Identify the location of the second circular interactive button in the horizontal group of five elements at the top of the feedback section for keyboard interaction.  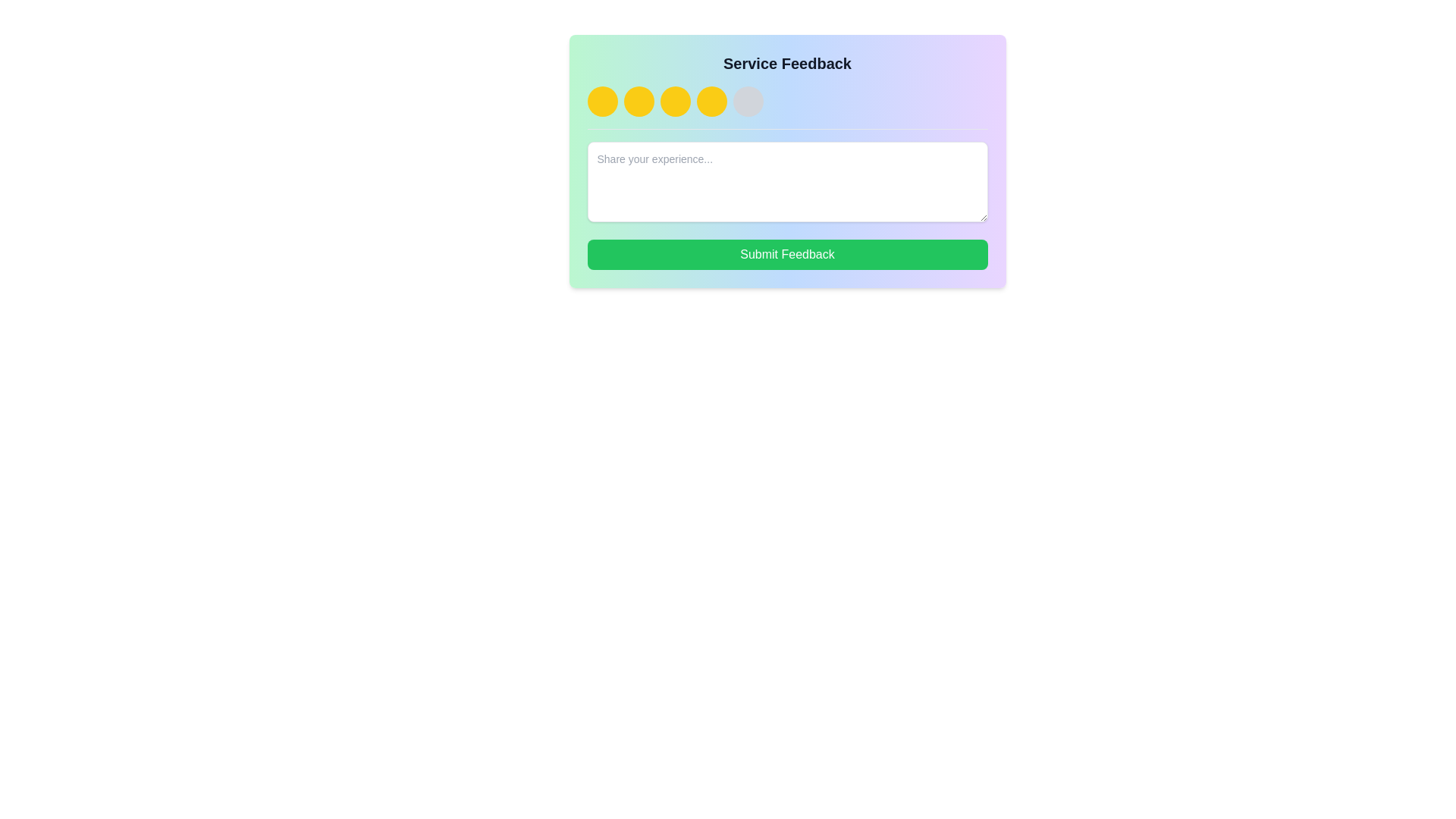
(639, 102).